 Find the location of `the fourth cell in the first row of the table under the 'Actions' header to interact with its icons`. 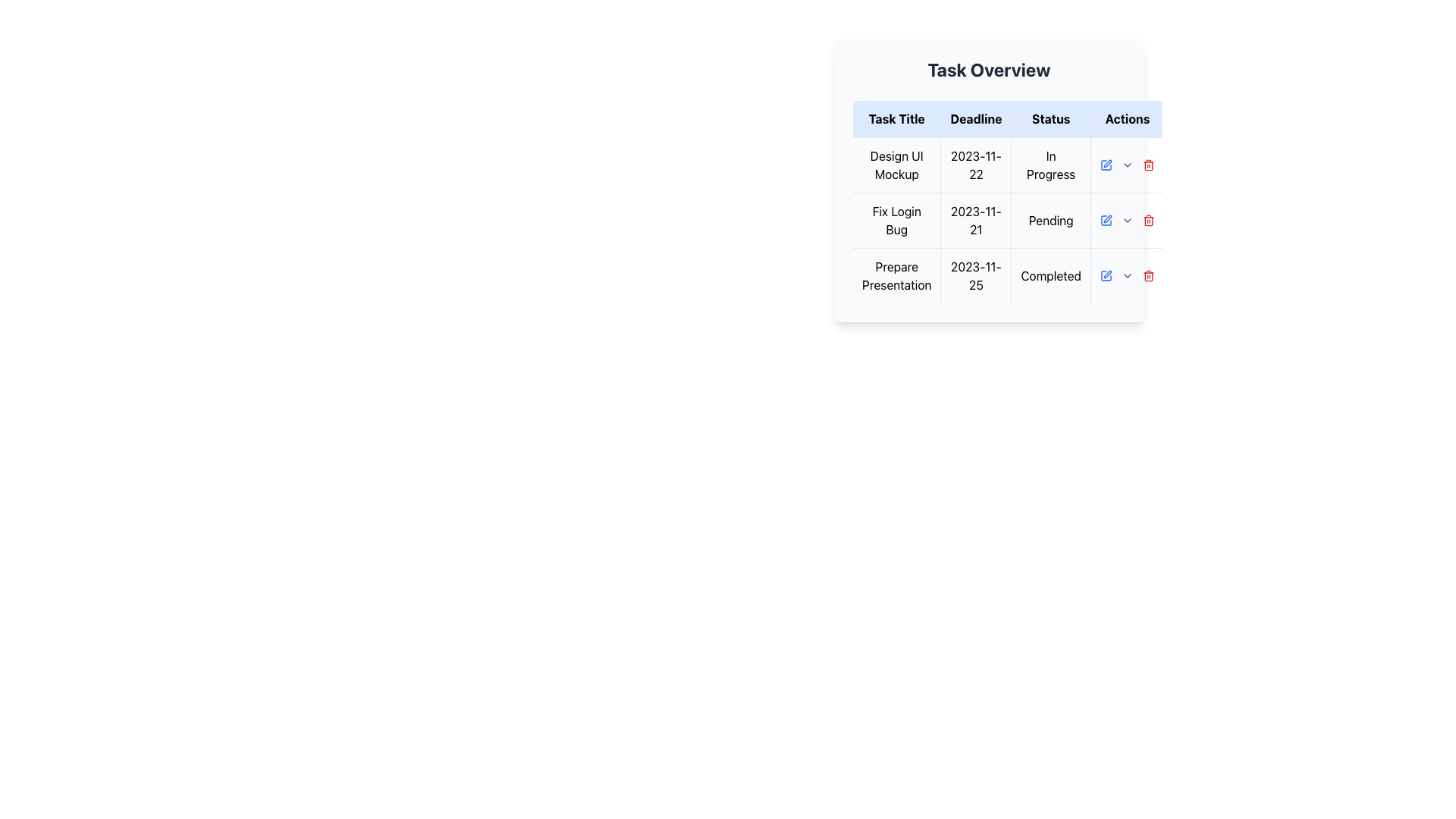

the fourth cell in the first row of the table under the 'Actions' header to interact with its icons is located at coordinates (1128, 165).